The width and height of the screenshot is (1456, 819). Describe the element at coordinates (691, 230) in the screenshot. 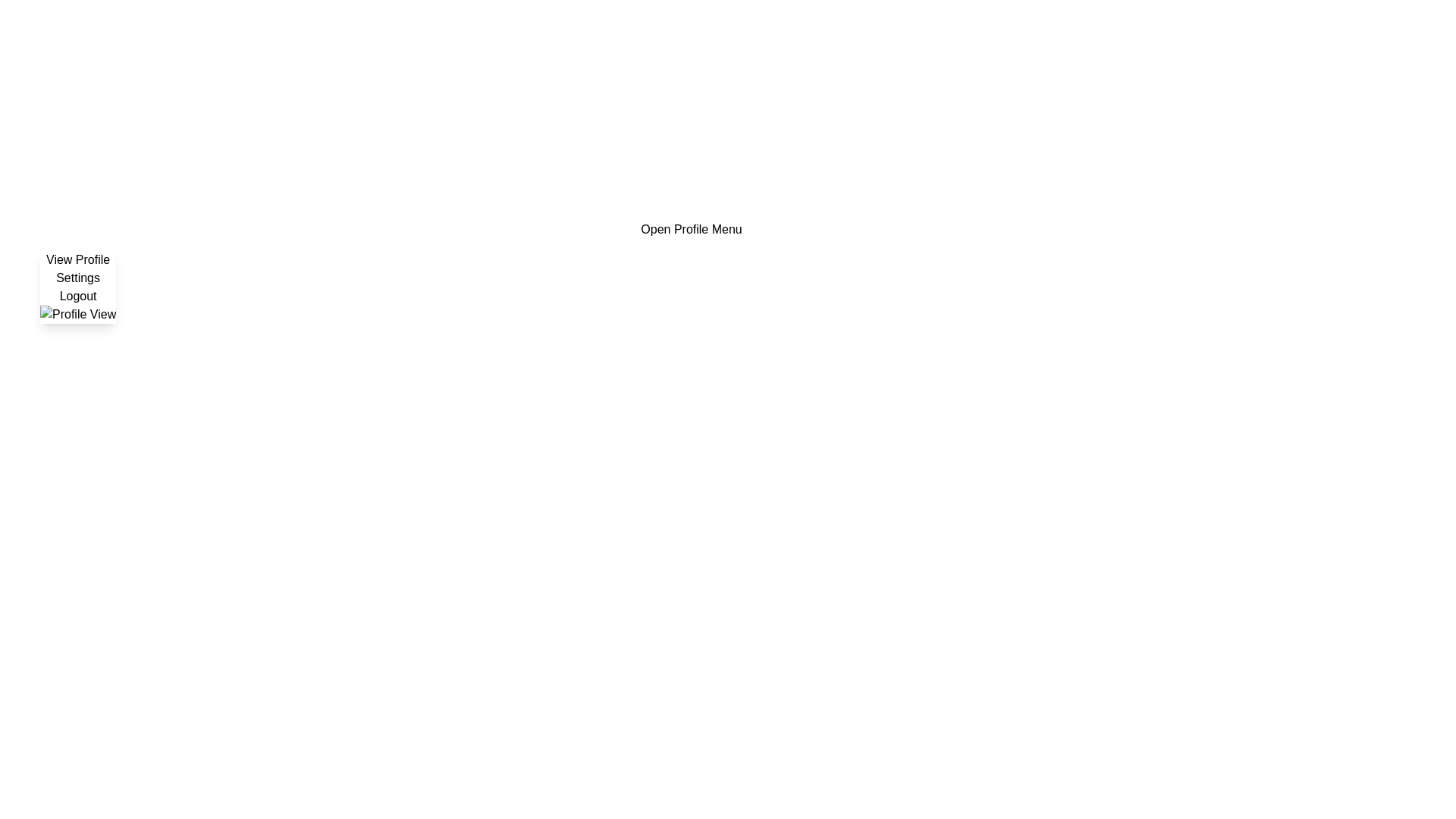

I see `the 'Open Profile Menu' button` at that location.